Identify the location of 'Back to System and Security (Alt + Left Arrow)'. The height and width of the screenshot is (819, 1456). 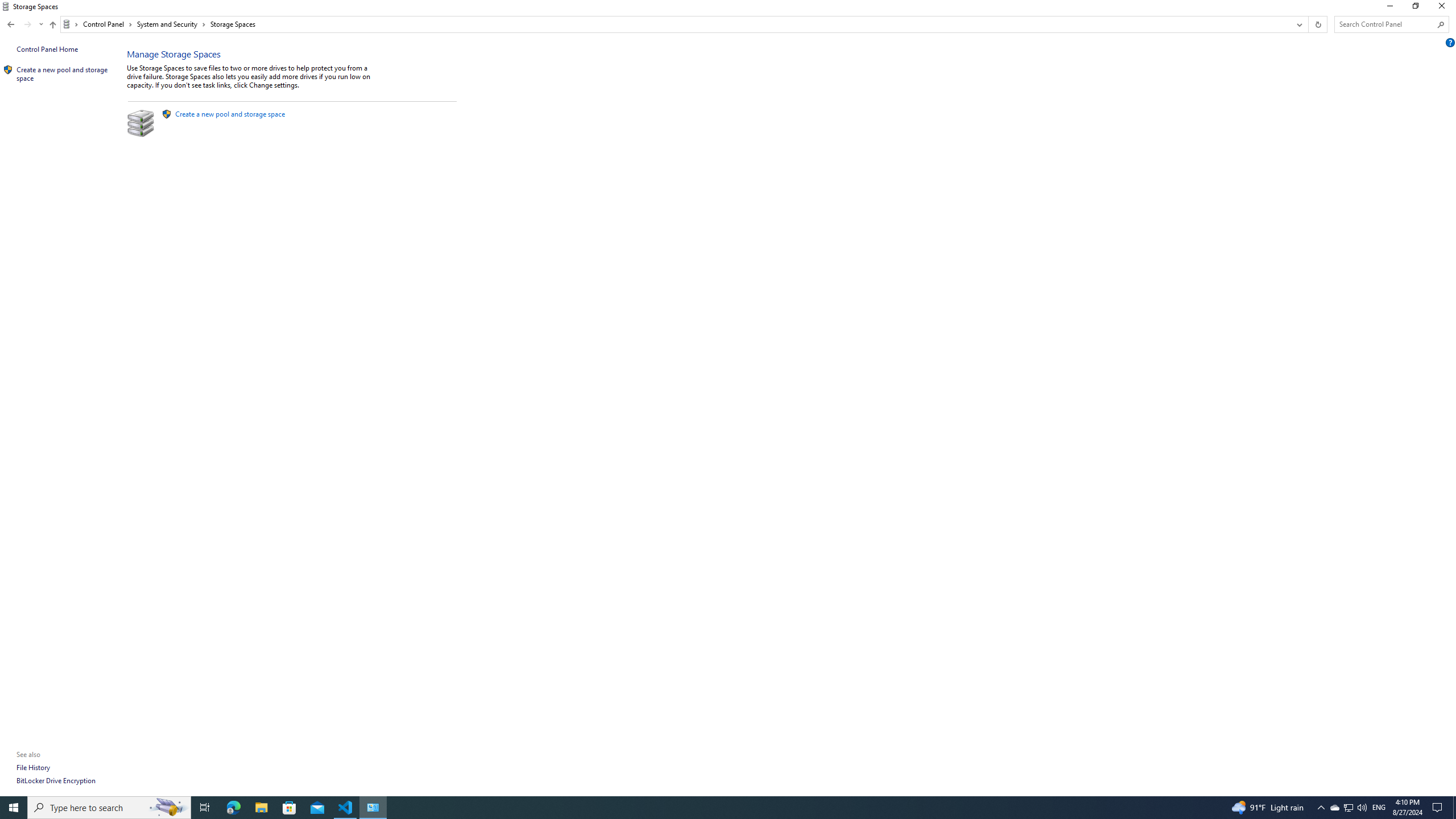
(11, 24).